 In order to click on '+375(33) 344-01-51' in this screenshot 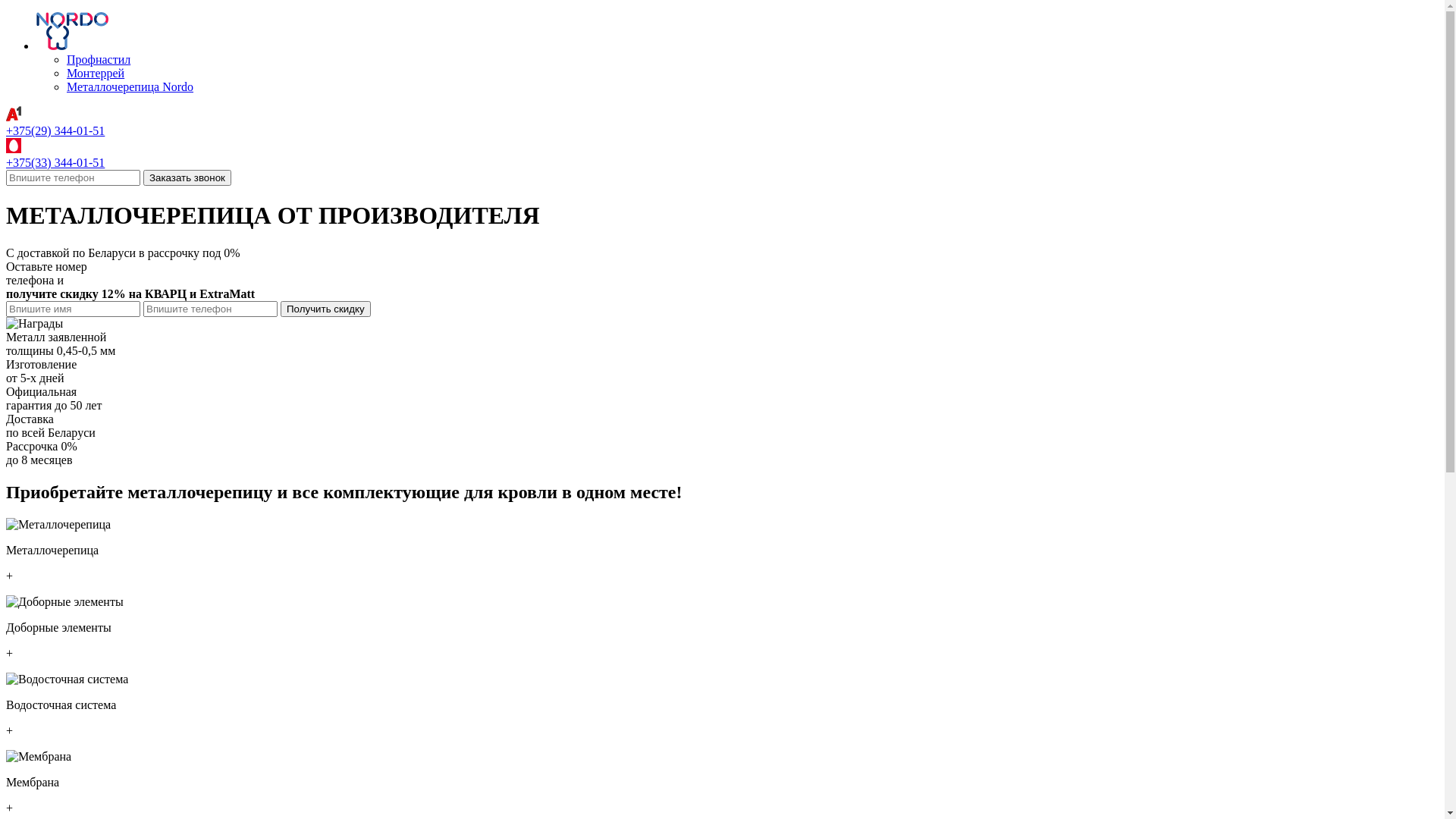, I will do `click(6, 162)`.